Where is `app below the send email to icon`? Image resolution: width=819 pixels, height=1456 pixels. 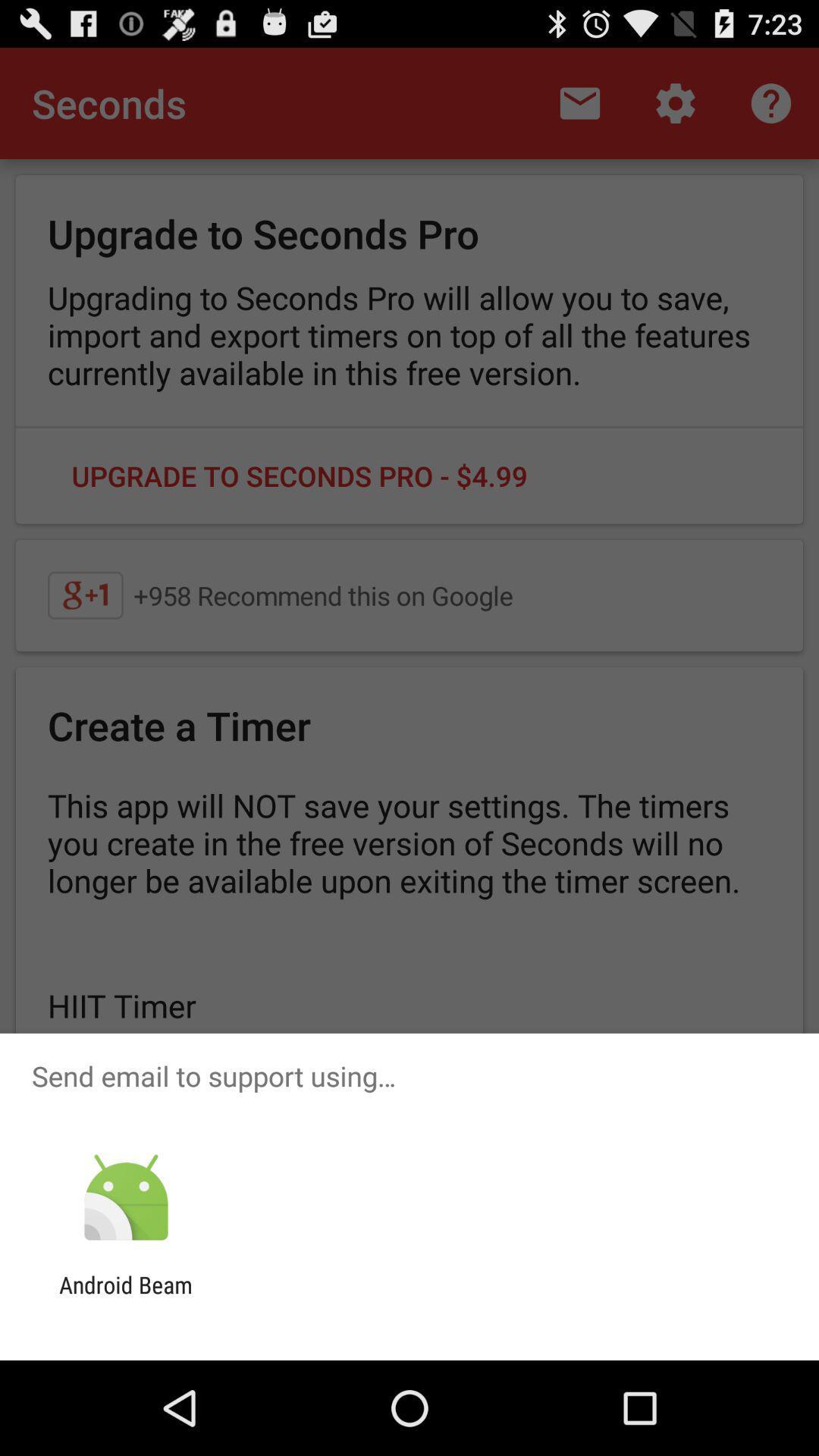
app below the send email to icon is located at coordinates (125, 1197).